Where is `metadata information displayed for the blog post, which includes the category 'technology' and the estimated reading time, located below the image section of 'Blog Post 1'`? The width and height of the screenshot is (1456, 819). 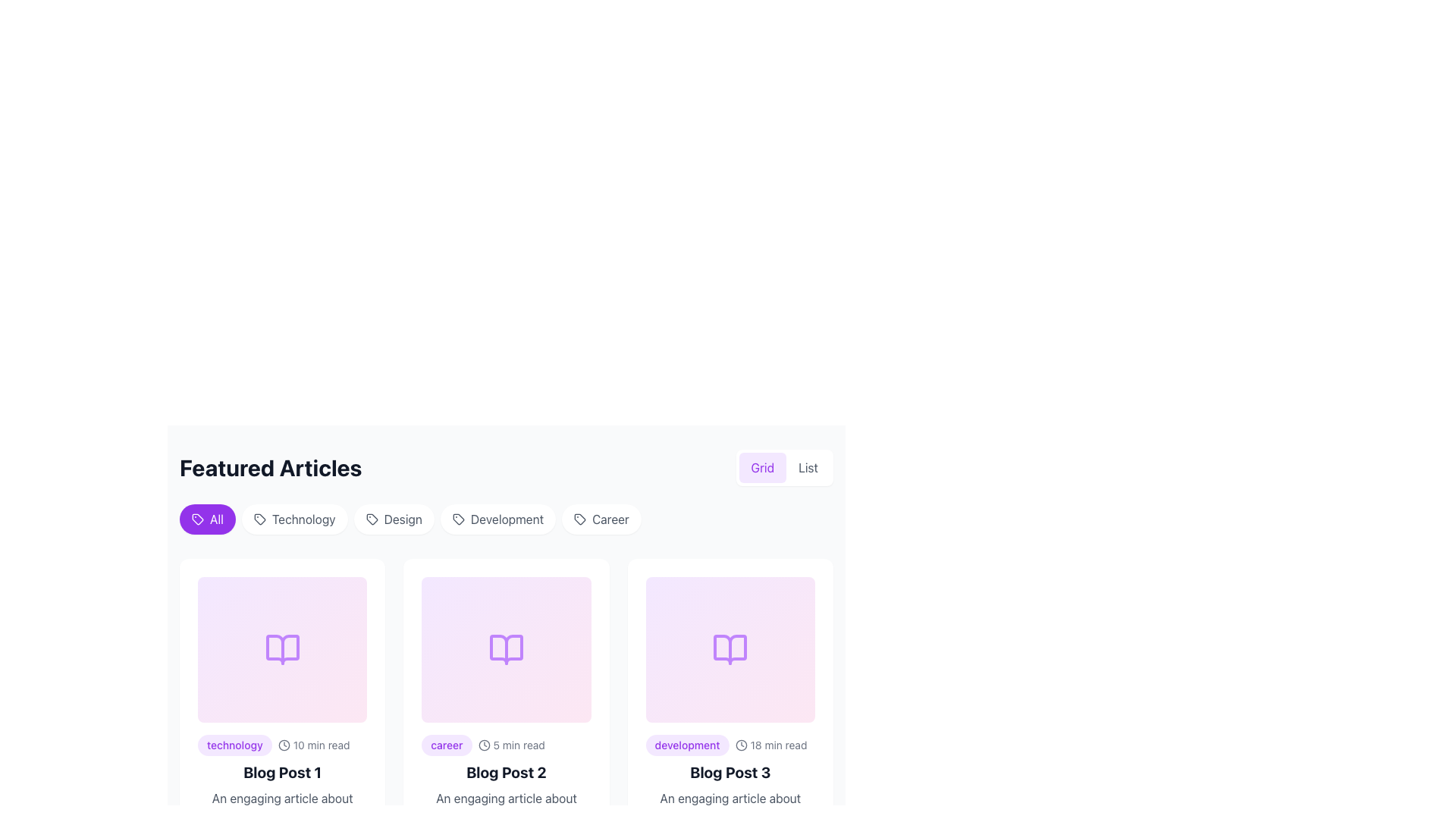 metadata information displayed for the blog post, which includes the category 'technology' and the estimated reading time, located below the image section of 'Blog Post 1' is located at coordinates (282, 745).